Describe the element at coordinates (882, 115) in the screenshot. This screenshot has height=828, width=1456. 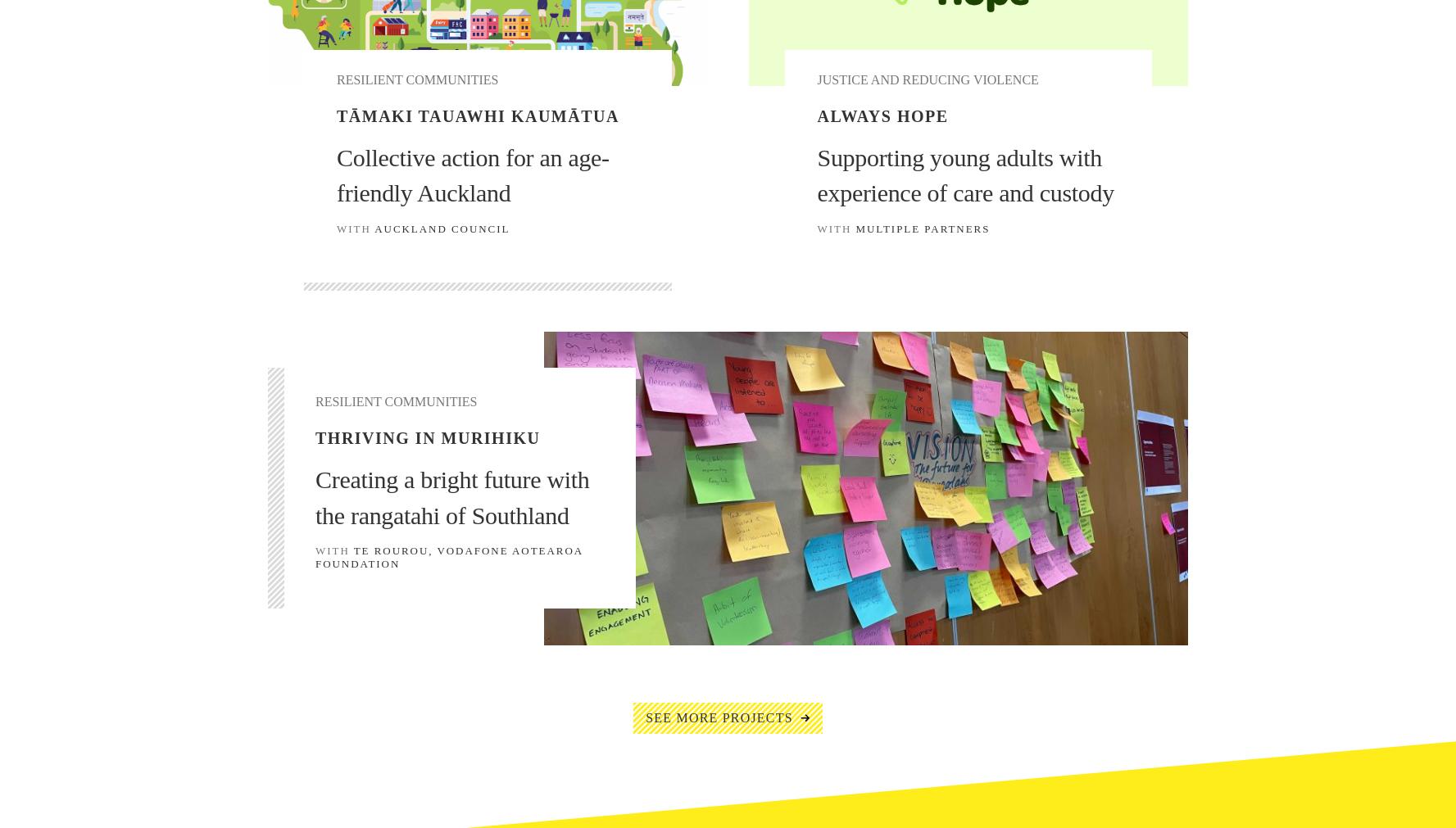
I see `'Always Hope'` at that location.